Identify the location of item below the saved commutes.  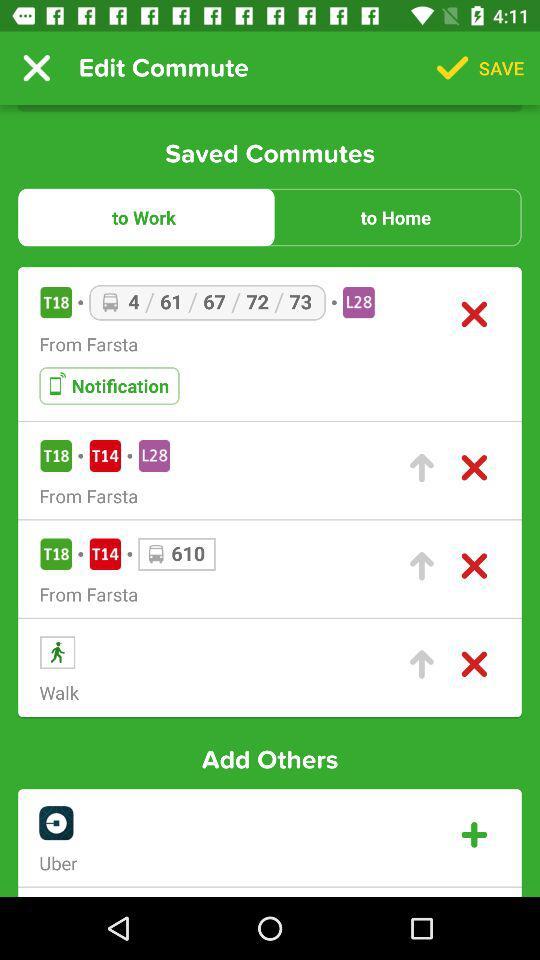
(143, 217).